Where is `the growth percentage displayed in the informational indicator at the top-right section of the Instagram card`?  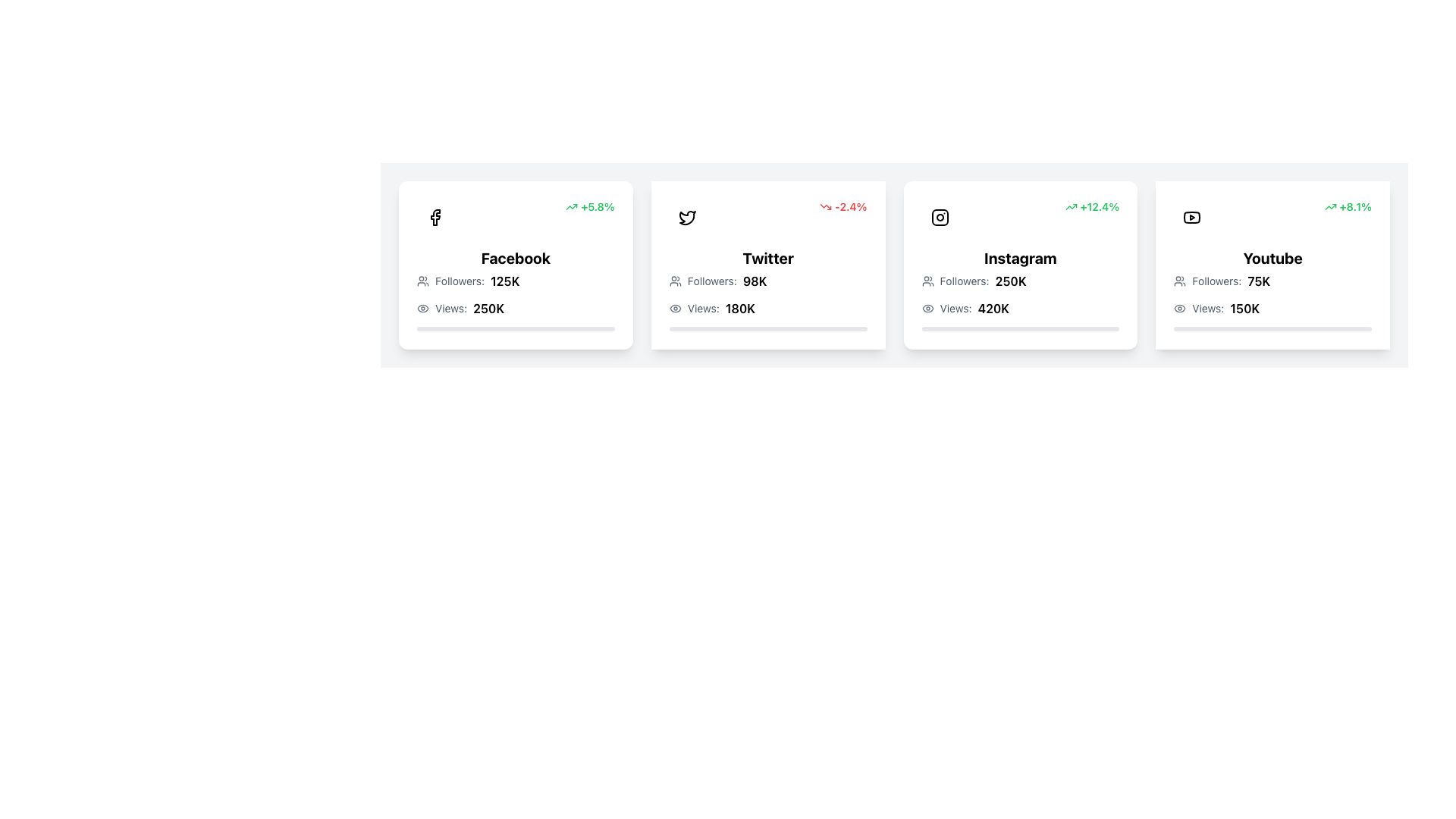 the growth percentage displayed in the informational indicator at the top-right section of the Instagram card is located at coordinates (1020, 217).